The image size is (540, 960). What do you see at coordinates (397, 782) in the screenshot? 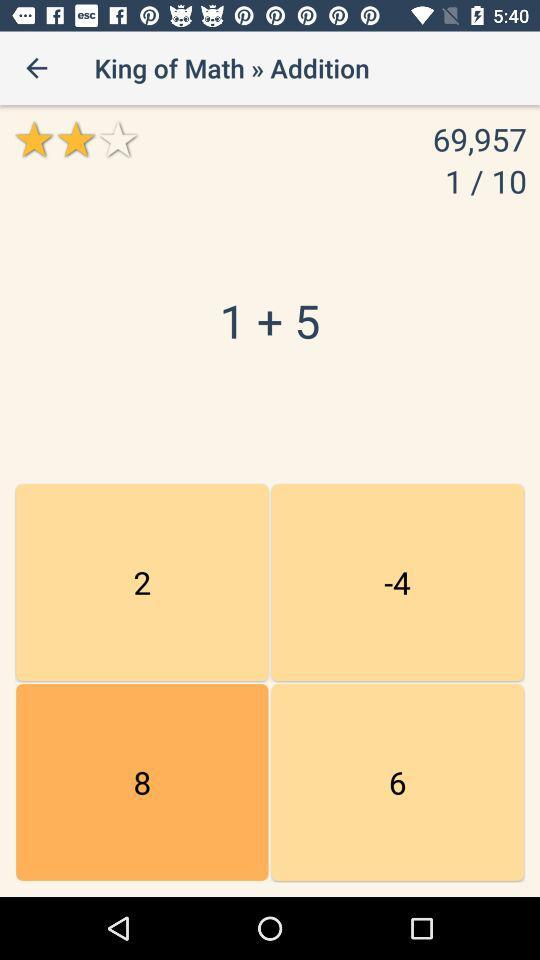
I see `the icon to the right of the 15` at bounding box center [397, 782].